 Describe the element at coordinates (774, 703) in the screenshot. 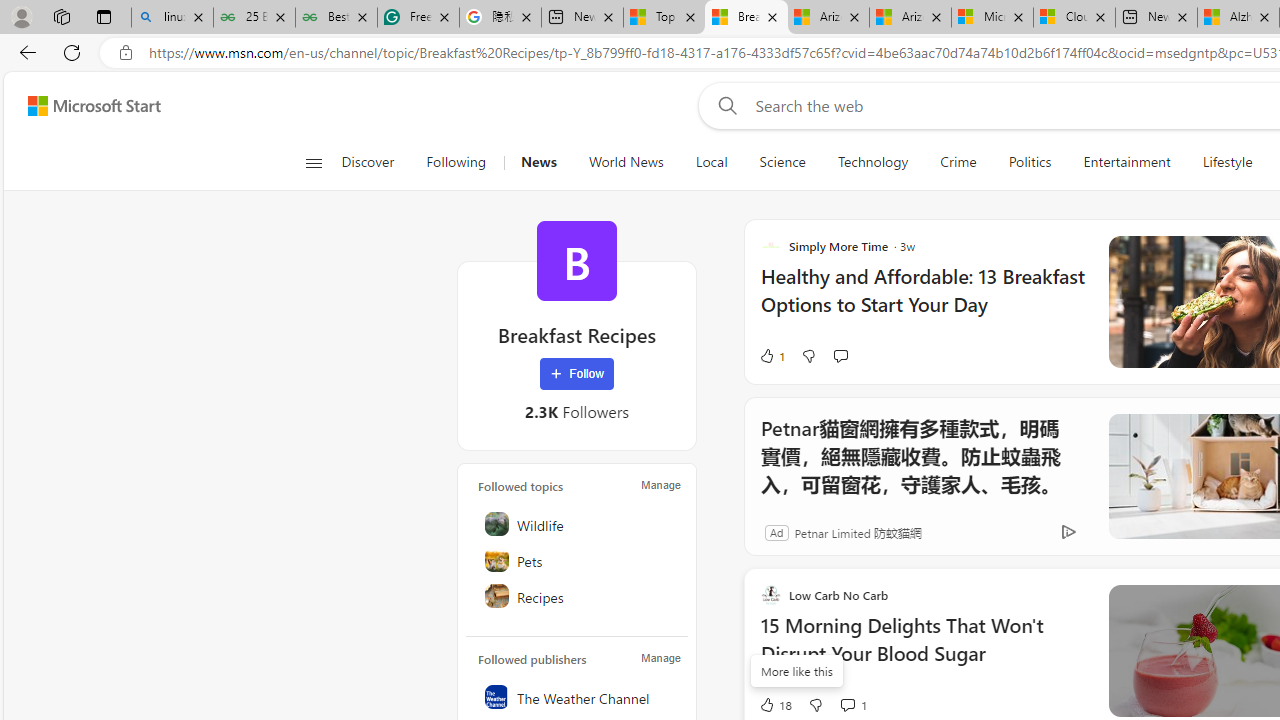

I see `'18 Like'` at that location.